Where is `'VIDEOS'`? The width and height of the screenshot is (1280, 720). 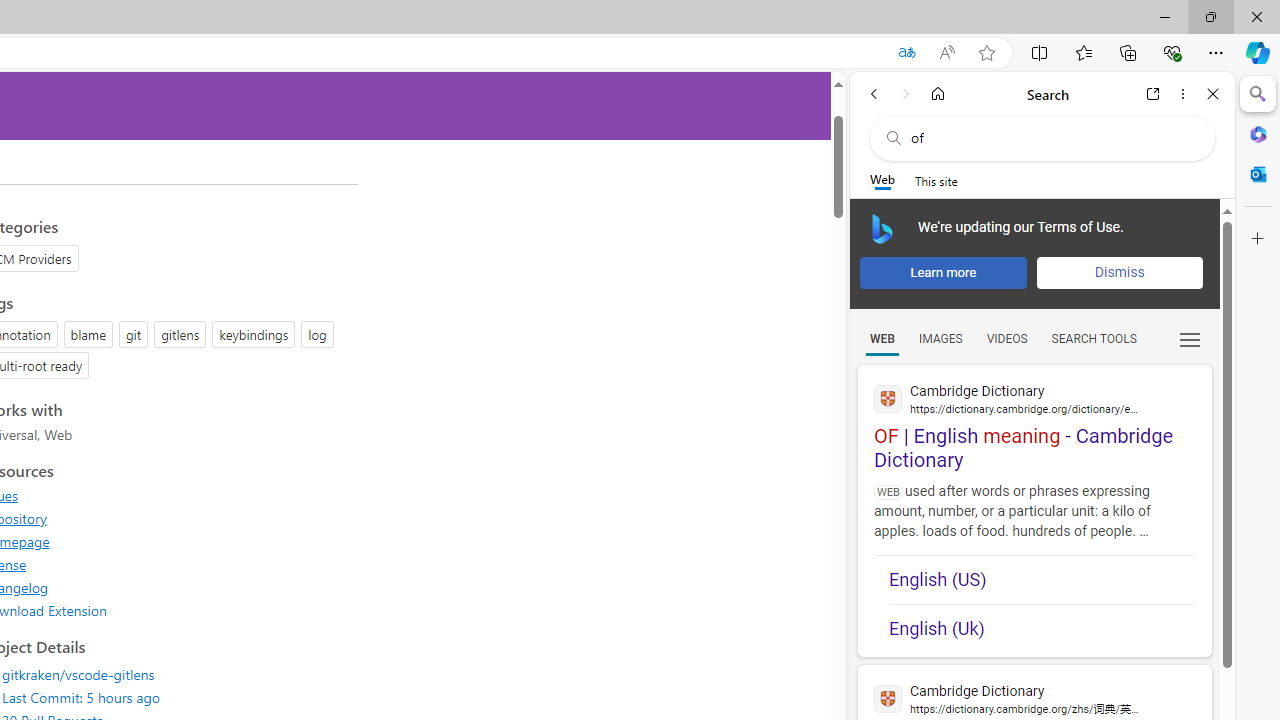 'VIDEOS' is located at coordinates (1006, 338).